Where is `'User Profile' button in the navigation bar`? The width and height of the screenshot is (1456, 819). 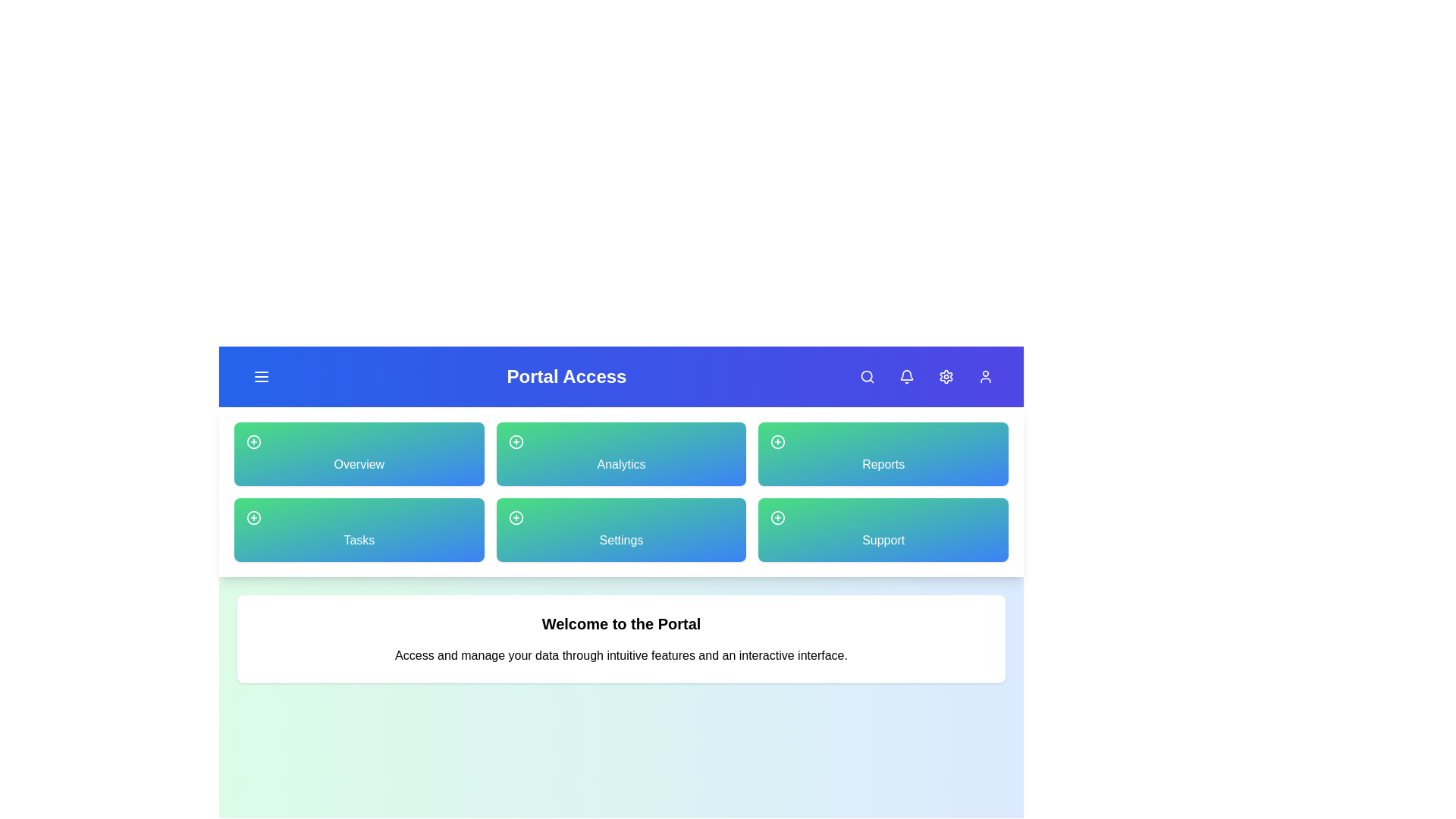 'User Profile' button in the navigation bar is located at coordinates (986, 376).